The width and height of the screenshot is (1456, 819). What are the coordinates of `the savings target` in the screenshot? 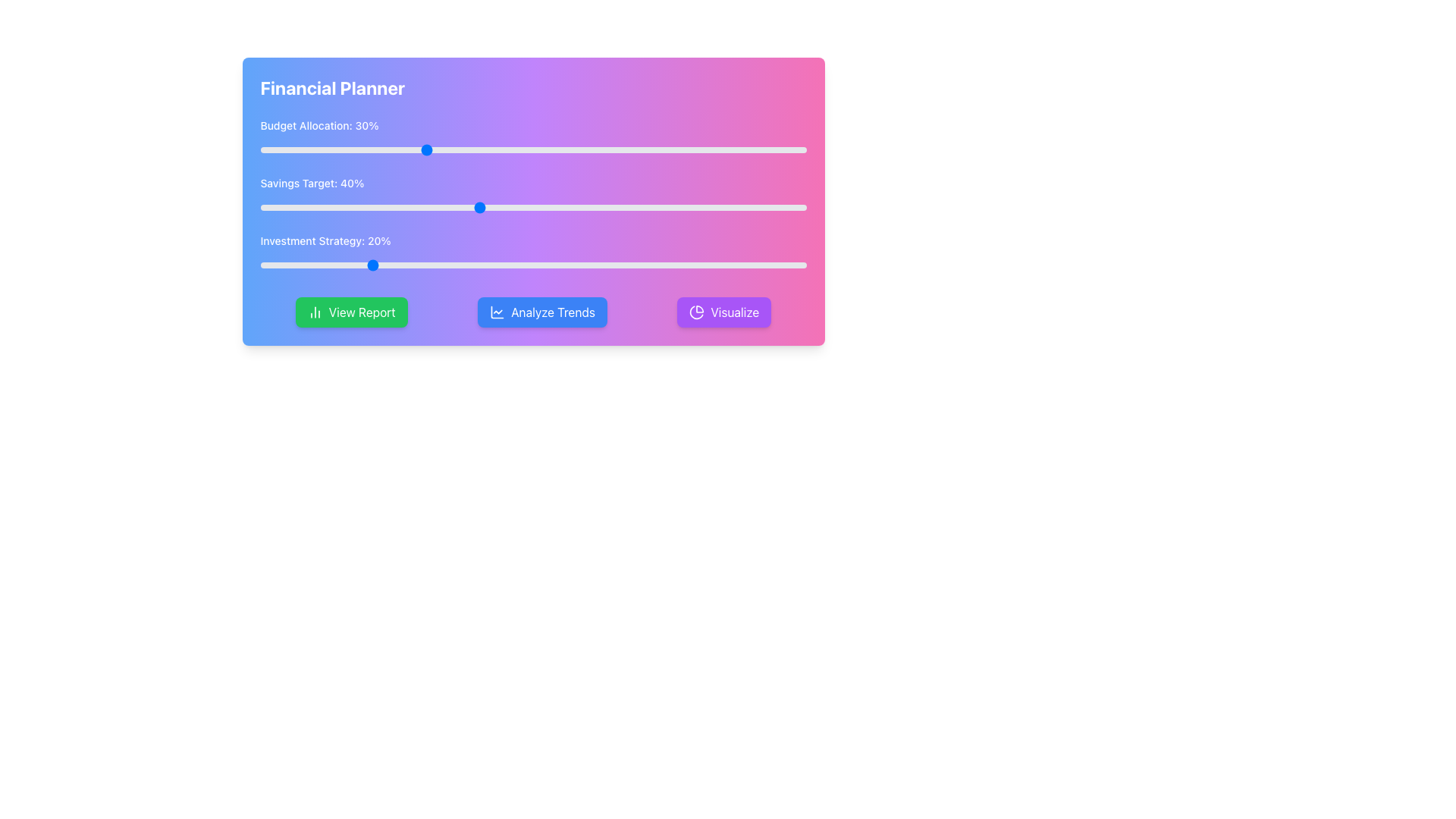 It's located at (718, 207).